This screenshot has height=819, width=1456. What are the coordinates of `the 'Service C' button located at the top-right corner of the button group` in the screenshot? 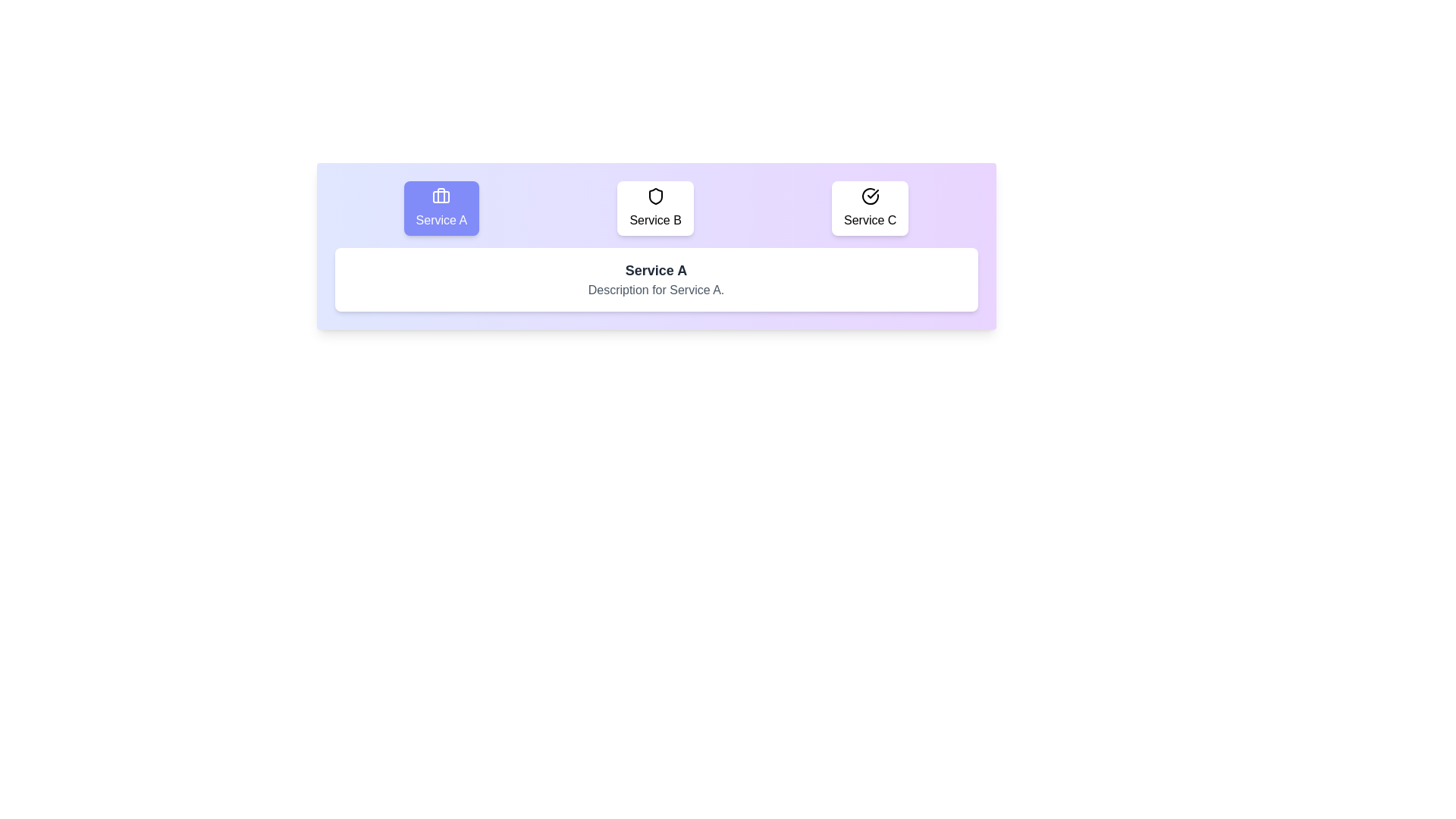 It's located at (870, 208).